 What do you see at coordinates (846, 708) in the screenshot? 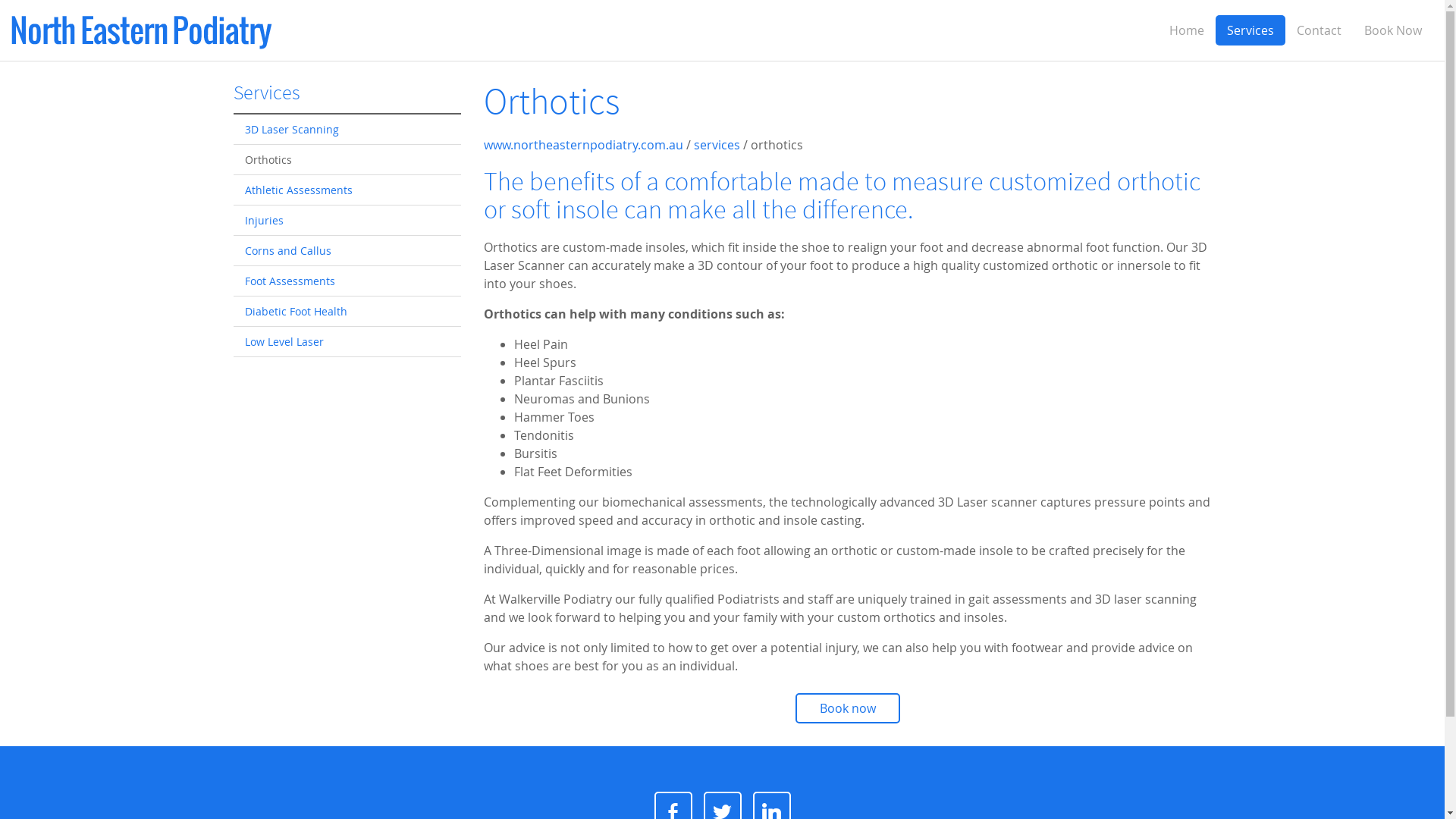
I see `'Book now'` at bounding box center [846, 708].